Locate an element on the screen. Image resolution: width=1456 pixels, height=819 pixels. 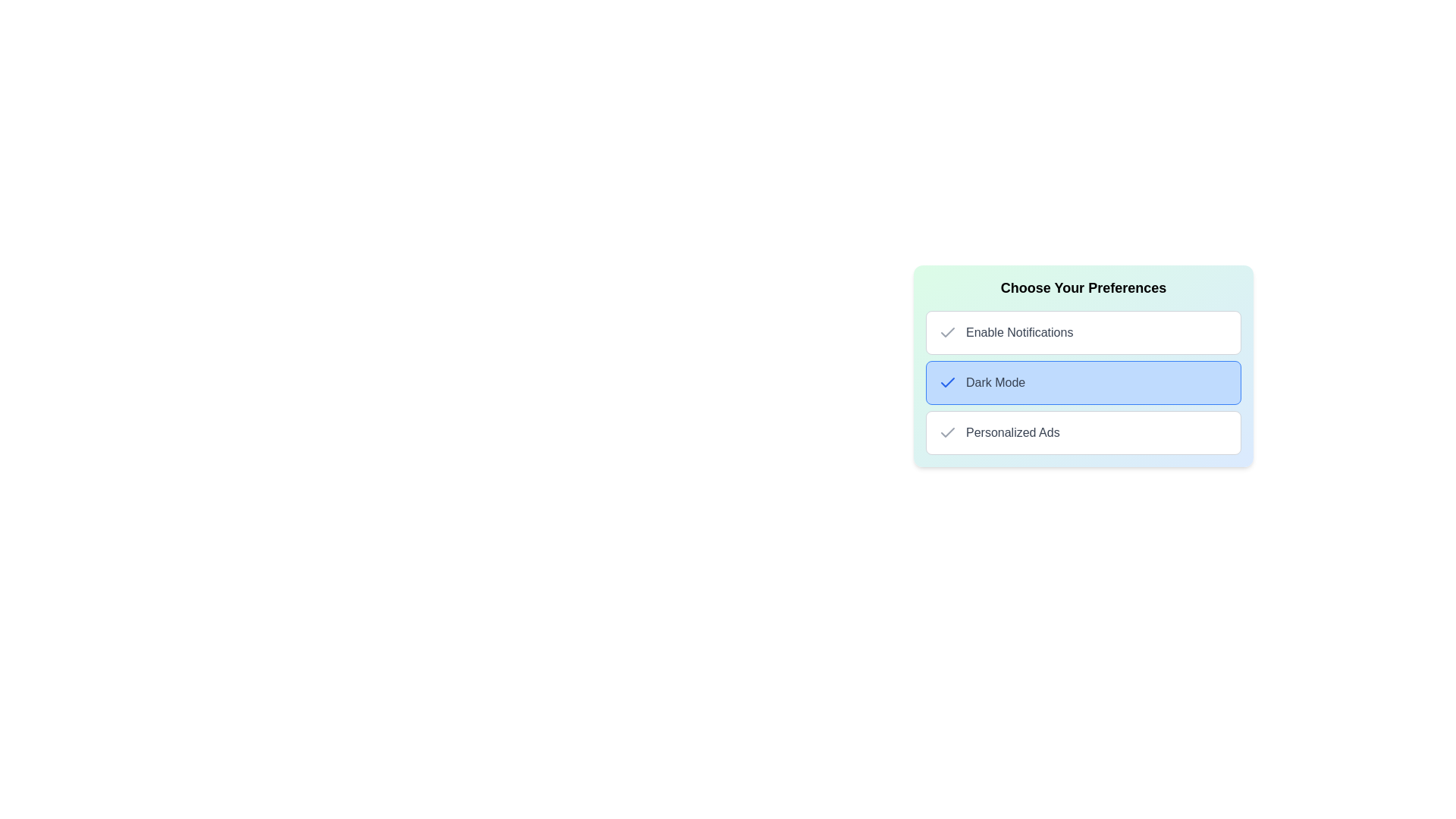
the 'Personalized Ads' checkbox option, which has a white background, rounded corners, and a gray border is located at coordinates (1083, 432).